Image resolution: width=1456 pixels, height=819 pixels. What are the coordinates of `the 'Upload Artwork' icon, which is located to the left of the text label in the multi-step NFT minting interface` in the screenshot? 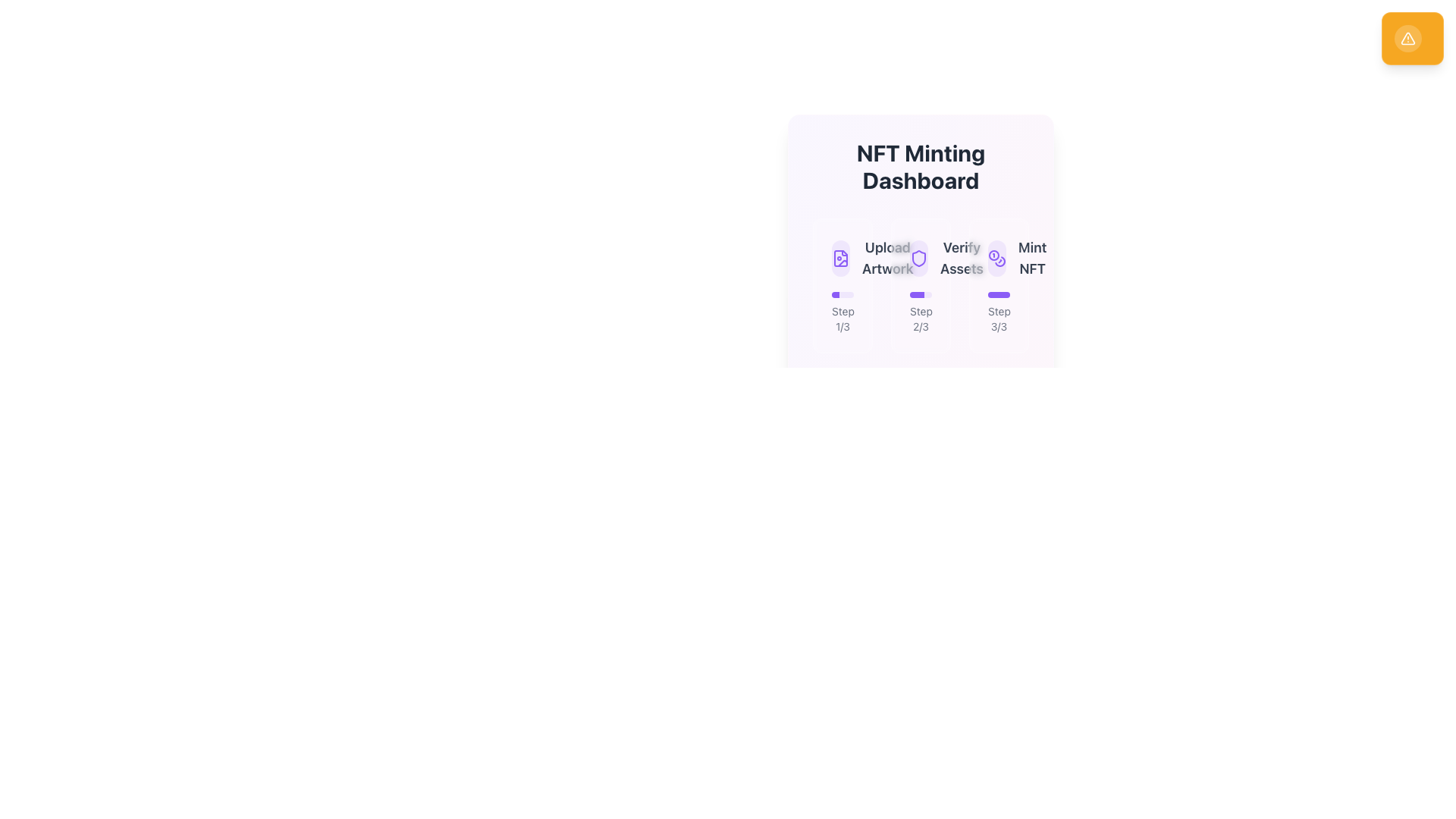 It's located at (839, 257).